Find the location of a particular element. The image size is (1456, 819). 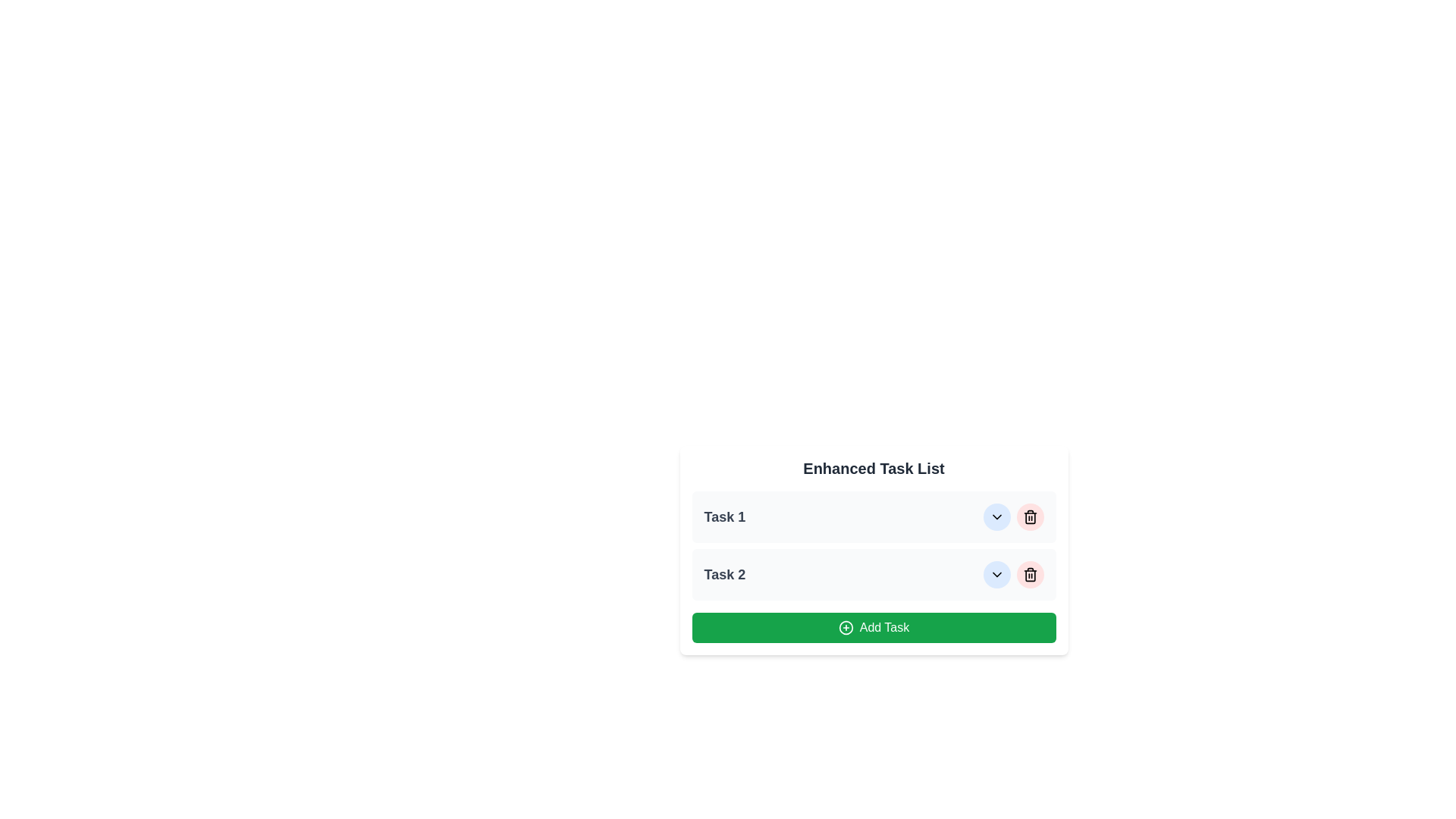

the icon that signifies the action of adding a new task, located inside the 'Add Task' button, to the left of the button's text at the bottom center of the interface is located at coordinates (845, 628).